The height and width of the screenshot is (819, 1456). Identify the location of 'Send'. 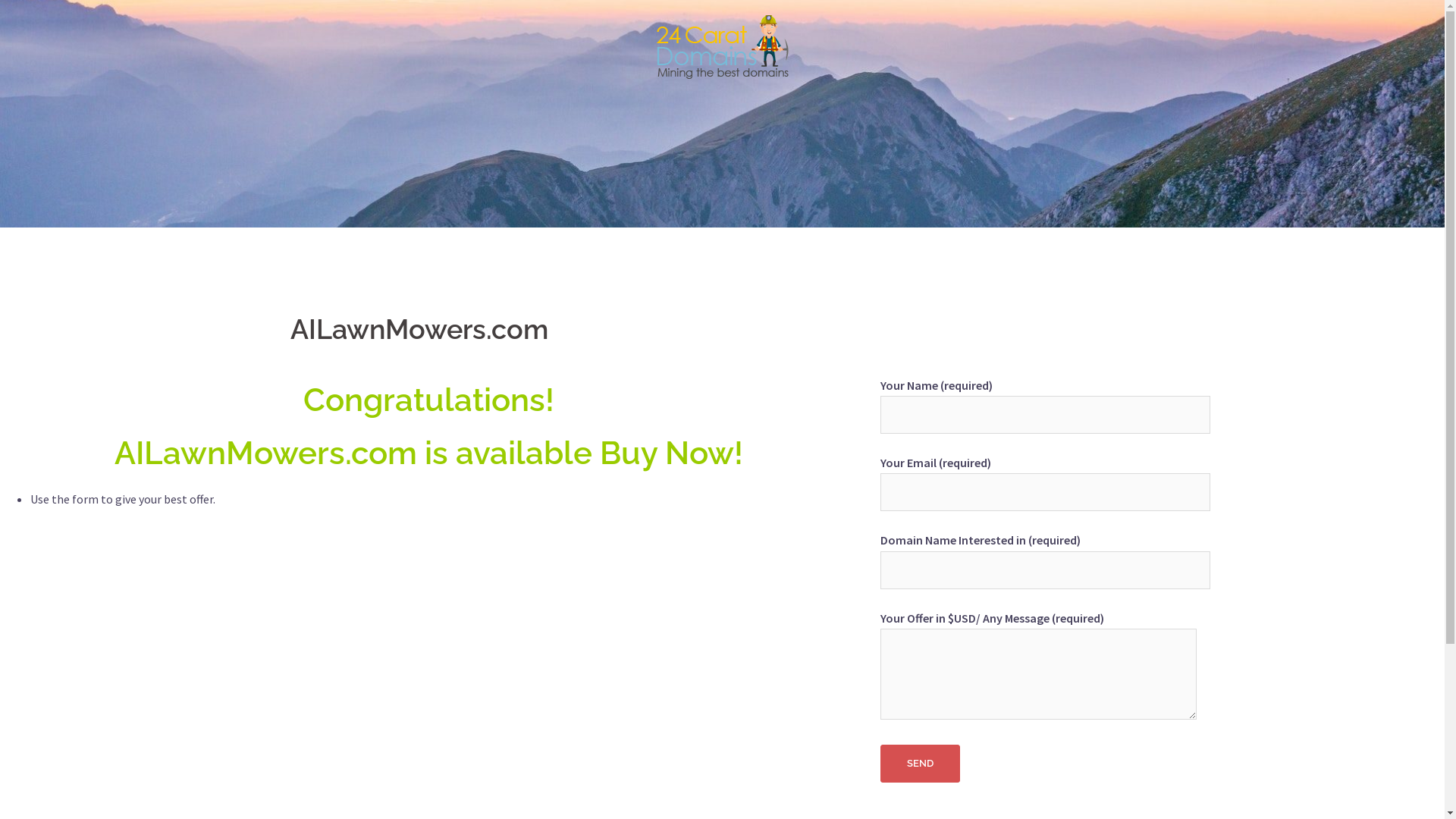
(919, 763).